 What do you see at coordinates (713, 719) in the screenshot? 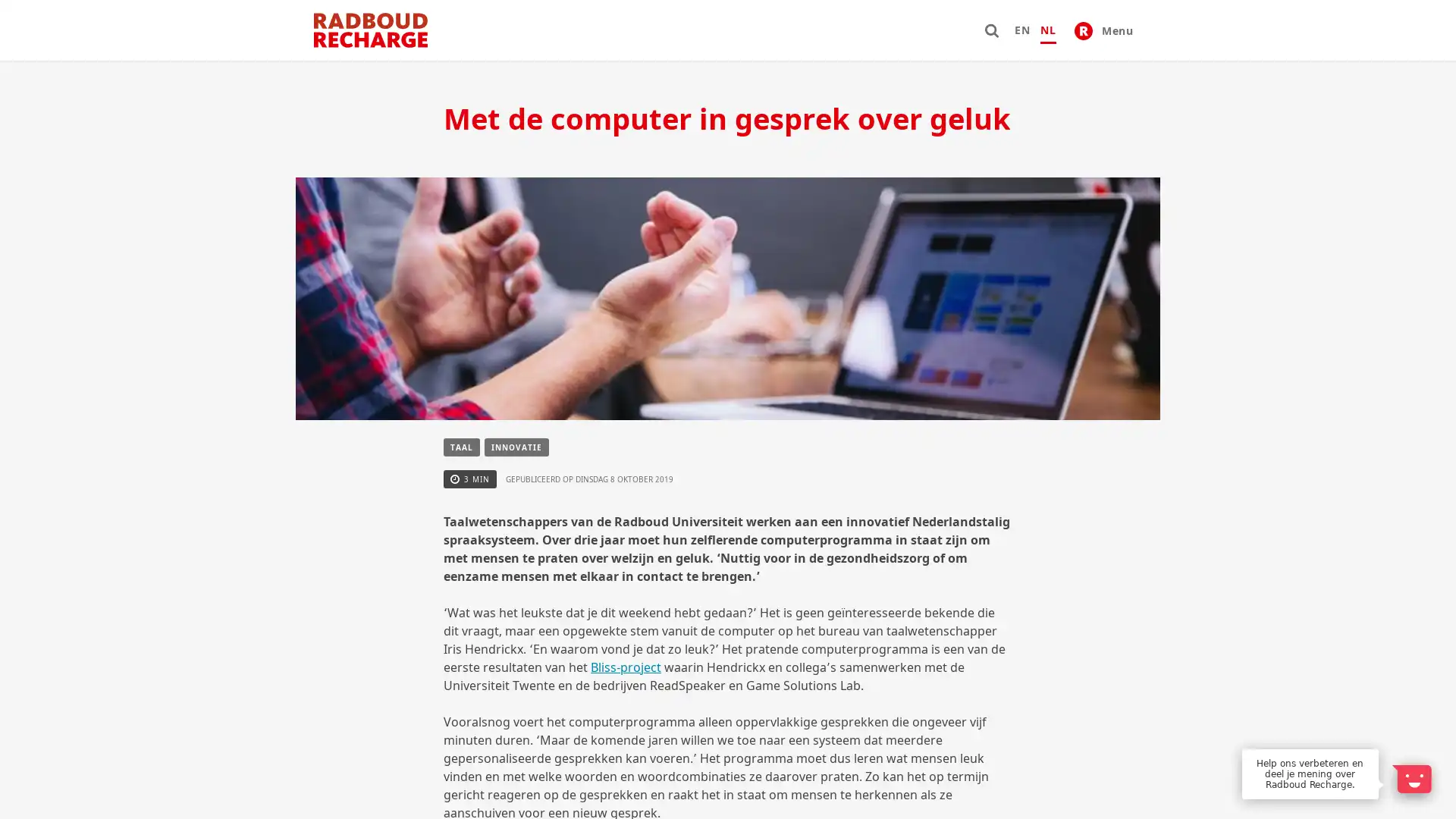
I see `TONEN EN OPSLAAN` at bounding box center [713, 719].